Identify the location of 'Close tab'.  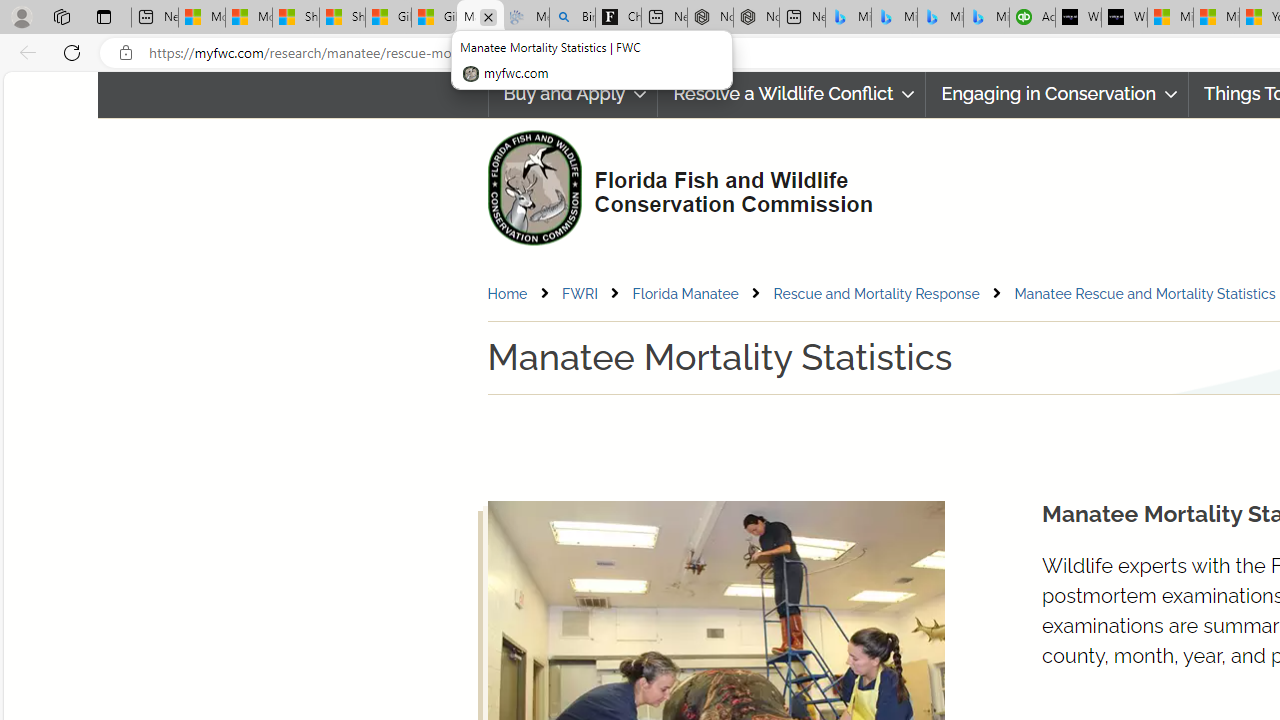
(488, 17).